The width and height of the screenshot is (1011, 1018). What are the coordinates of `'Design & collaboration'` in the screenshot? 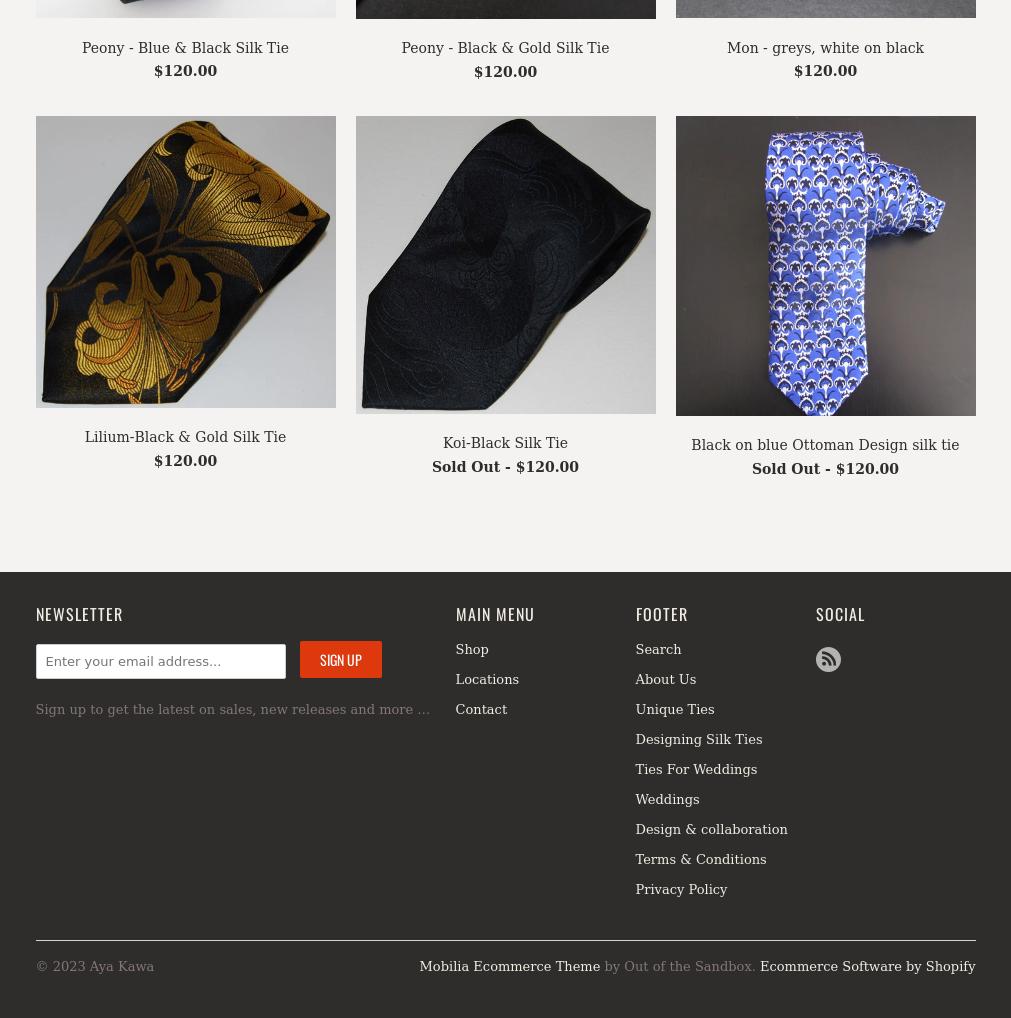 It's located at (710, 827).